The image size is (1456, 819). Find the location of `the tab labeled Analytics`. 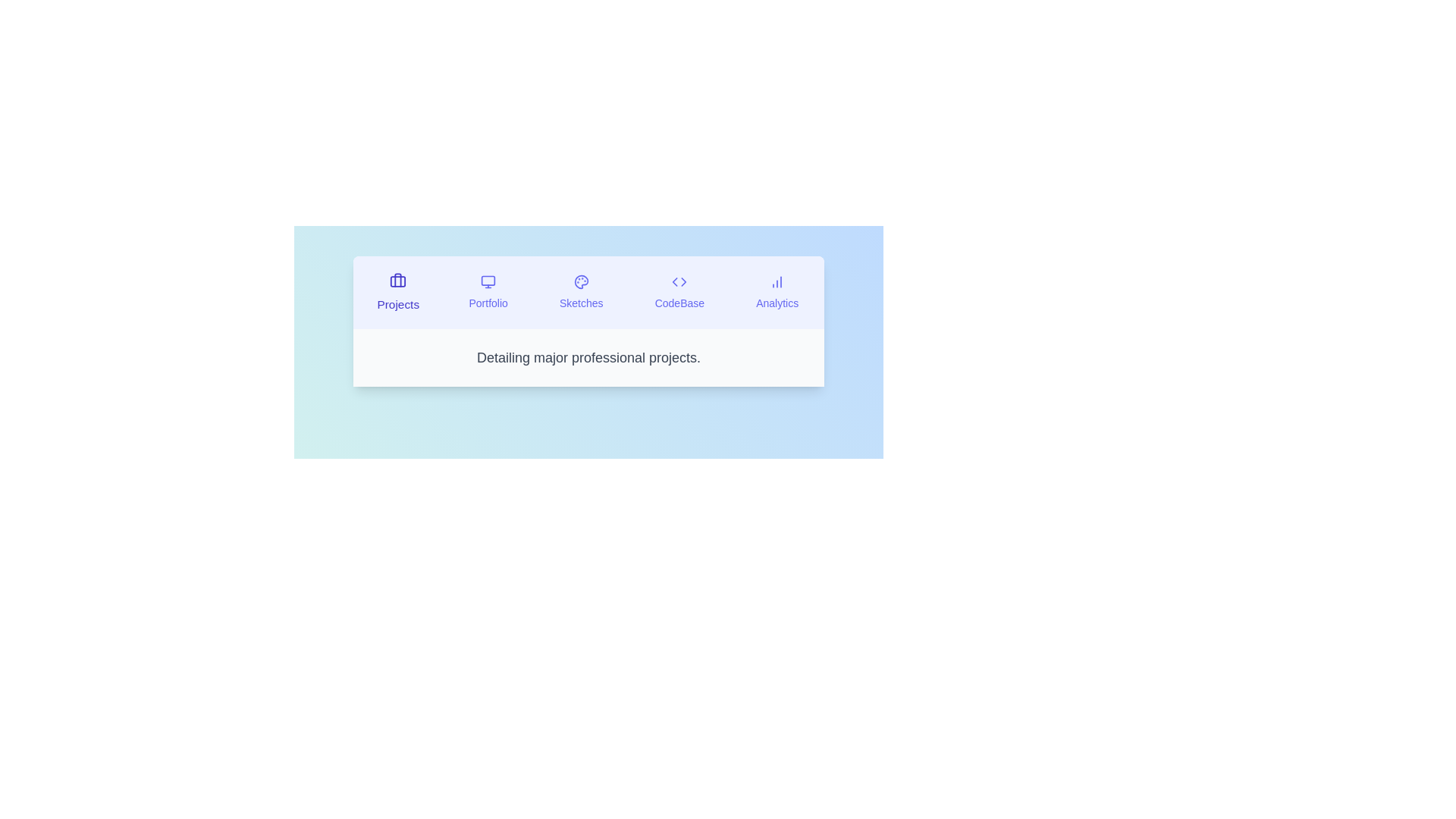

the tab labeled Analytics is located at coordinates (777, 292).